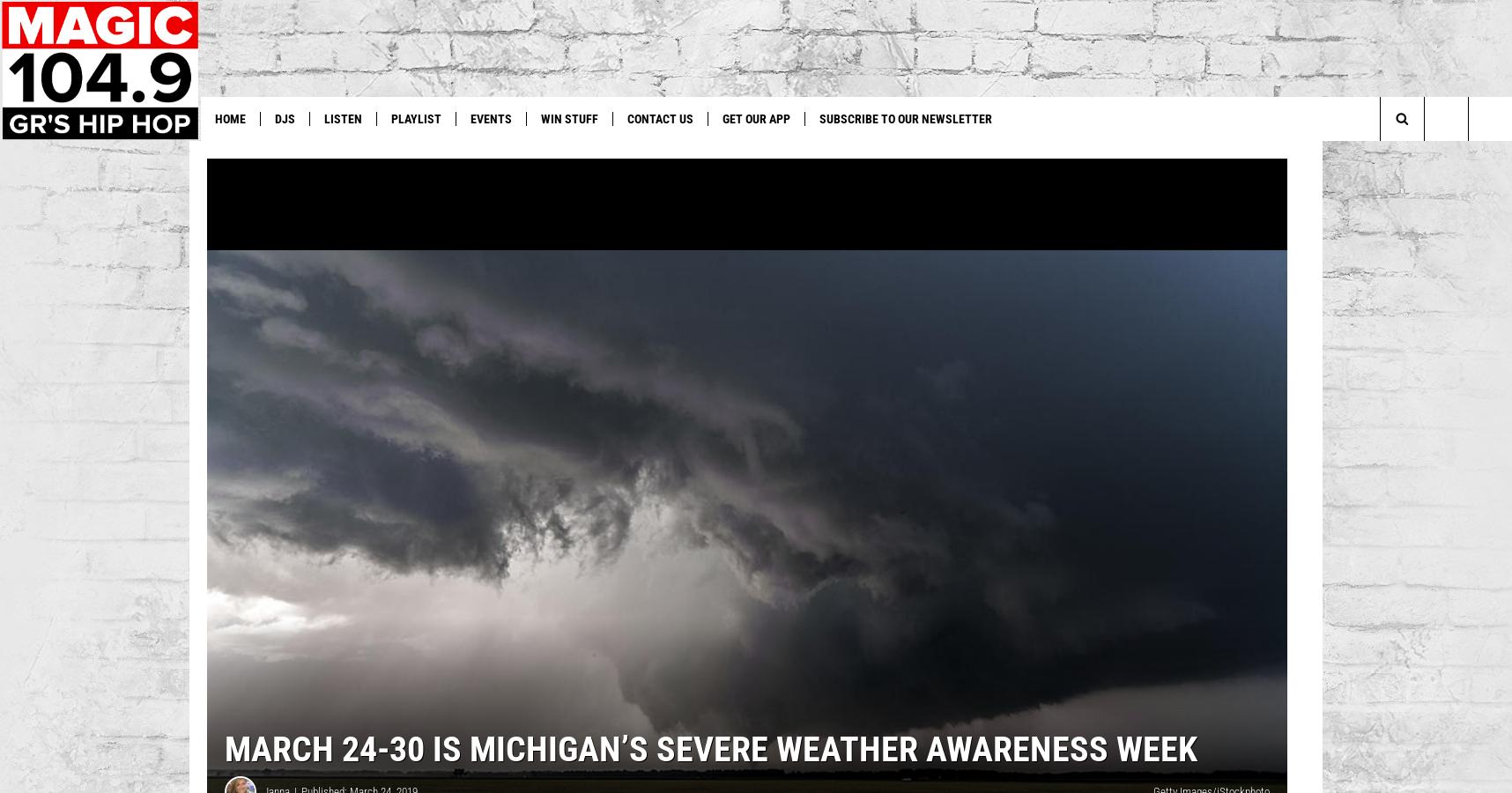  I want to click on 'Get Our App', so click(756, 119).